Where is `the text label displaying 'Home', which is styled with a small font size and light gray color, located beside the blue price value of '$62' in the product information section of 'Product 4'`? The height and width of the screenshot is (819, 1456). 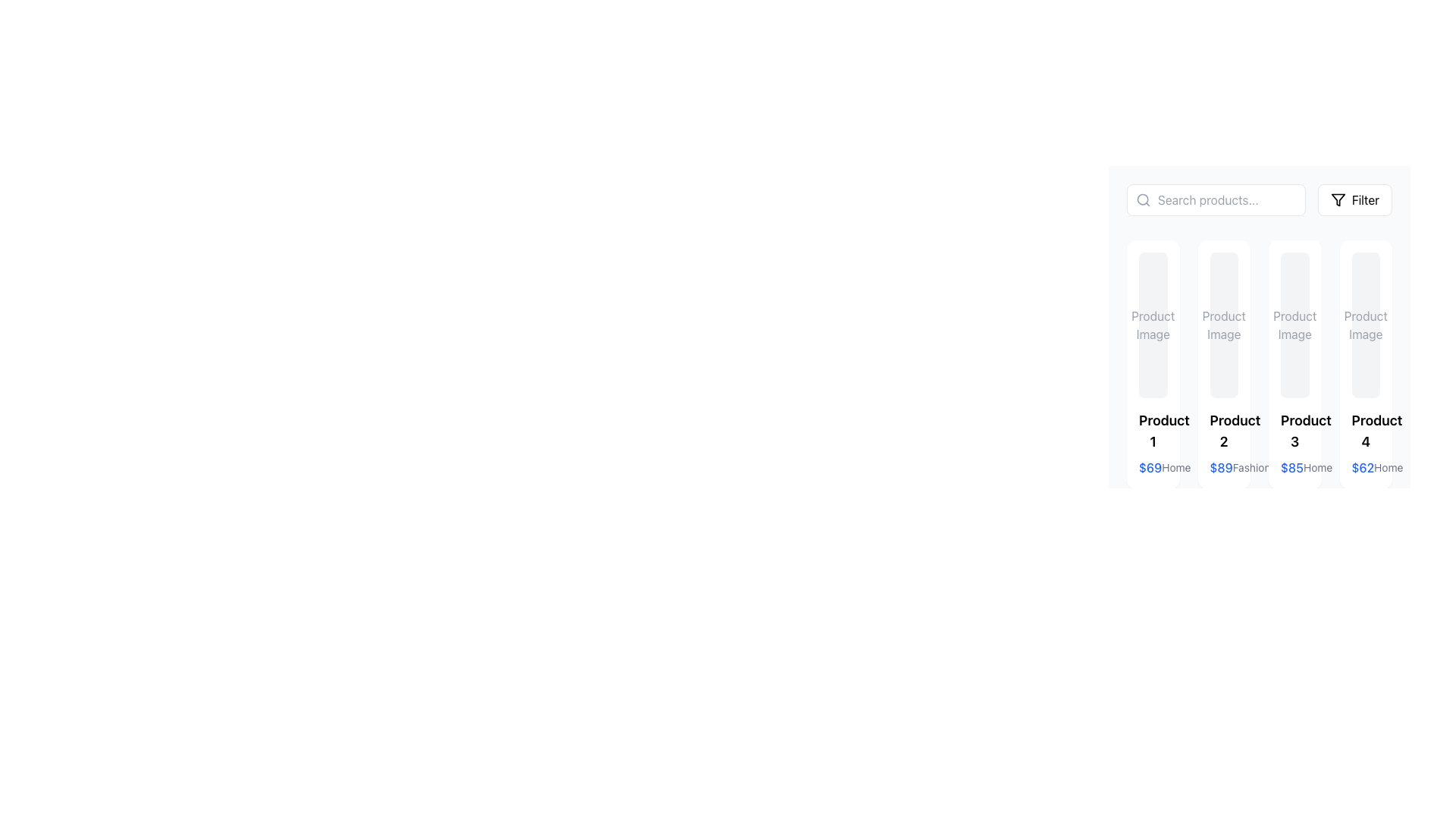
the text label displaying 'Home', which is styled with a small font size and light gray color, located beside the blue price value of '$62' in the product information section of 'Product 4' is located at coordinates (1389, 467).